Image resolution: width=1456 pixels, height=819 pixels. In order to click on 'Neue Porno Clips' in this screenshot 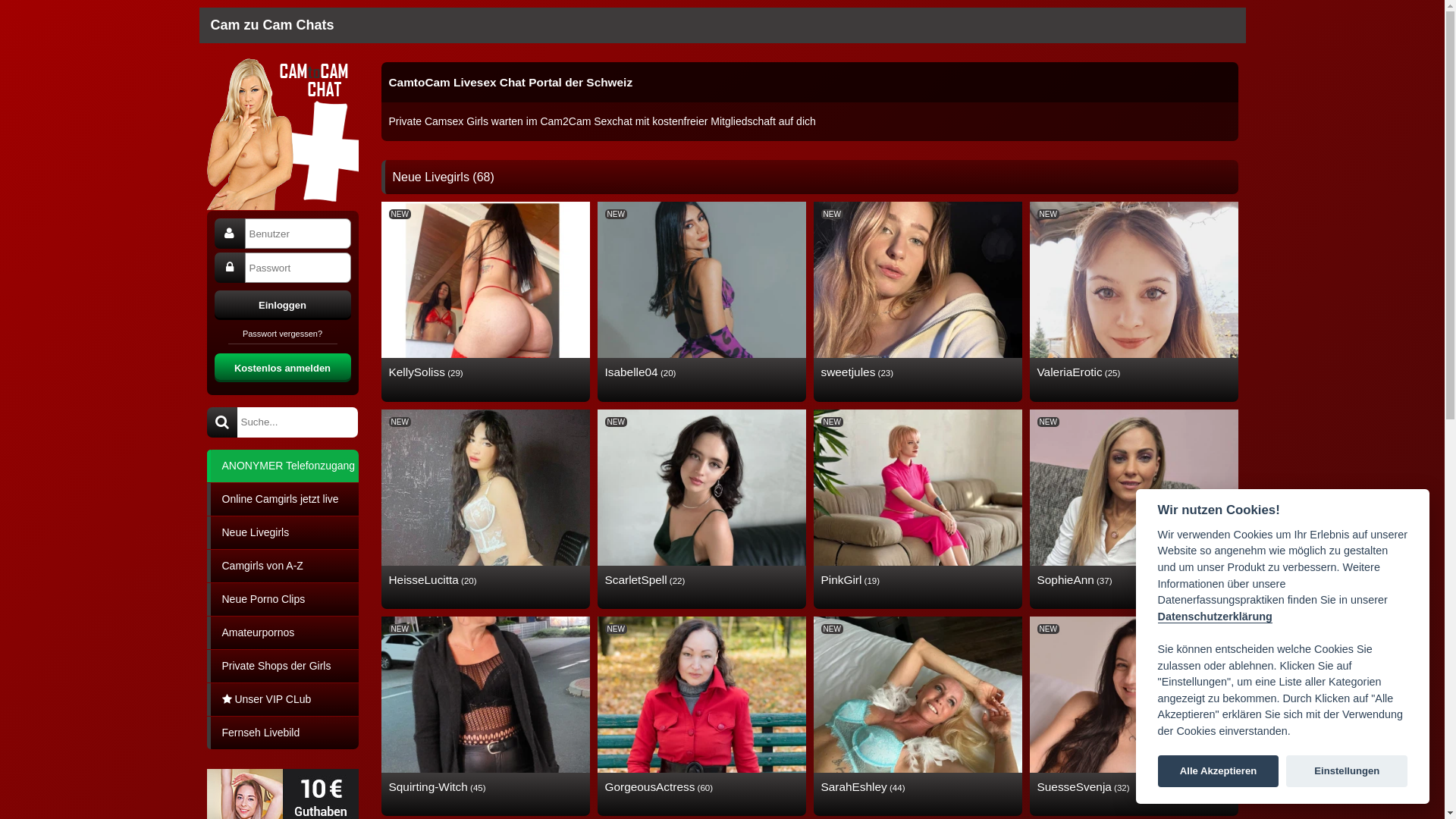, I will do `click(281, 598)`.